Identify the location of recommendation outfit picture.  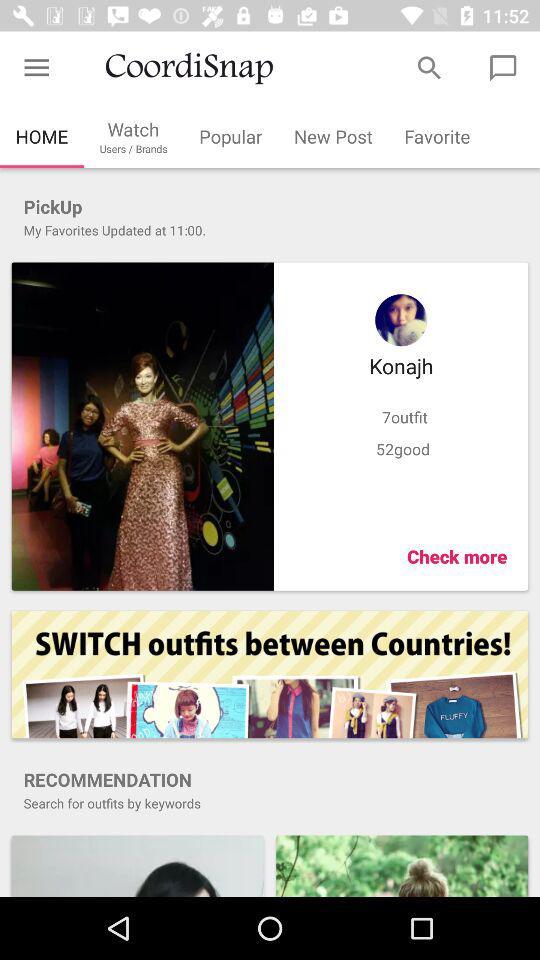
(402, 864).